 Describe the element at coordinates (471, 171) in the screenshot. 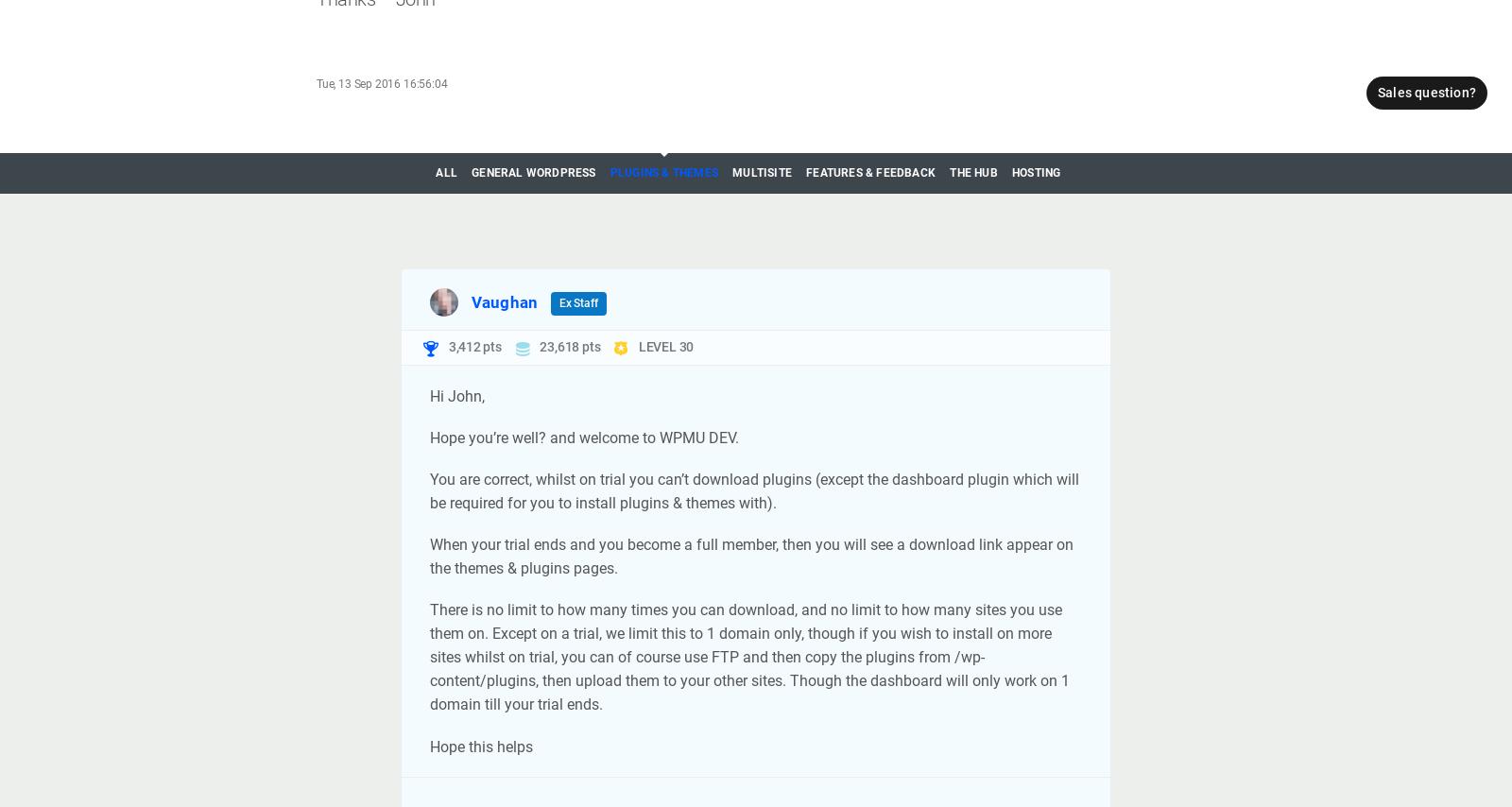

I see `'General WordPress'` at that location.